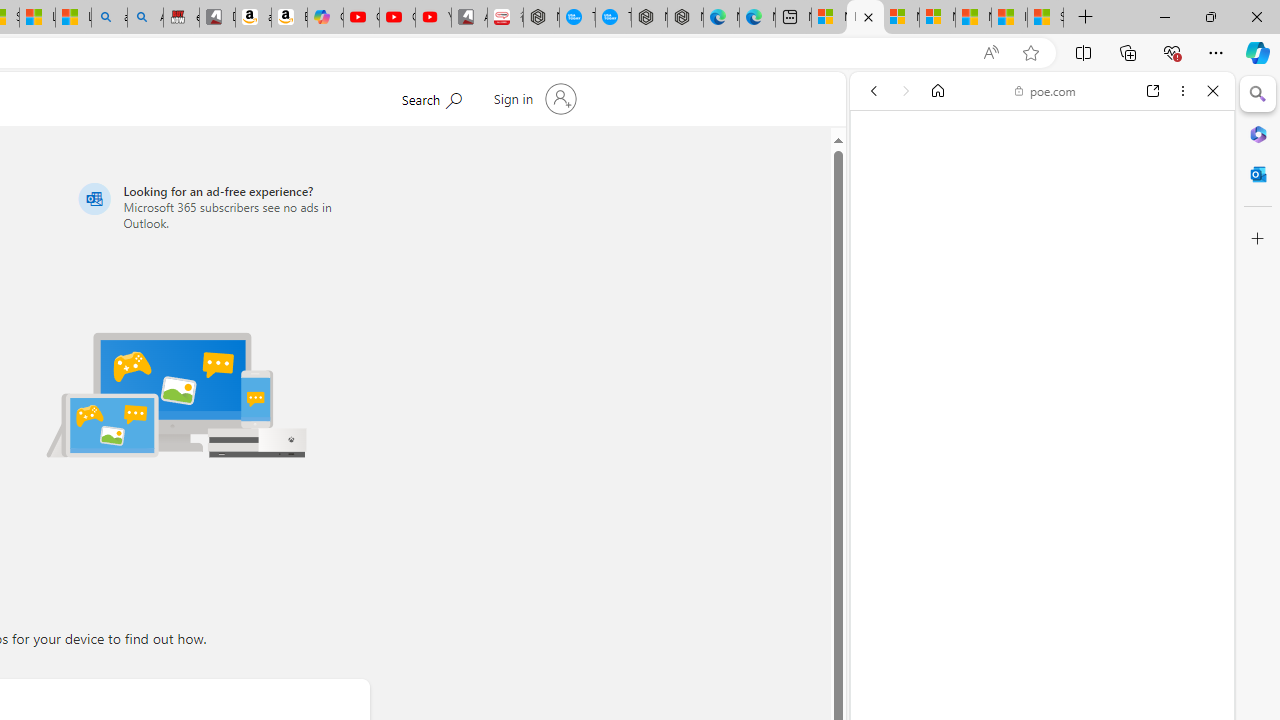 This screenshot has height=720, width=1280. What do you see at coordinates (1006, 227) in the screenshot?
I see `'VIDEOS'` at bounding box center [1006, 227].